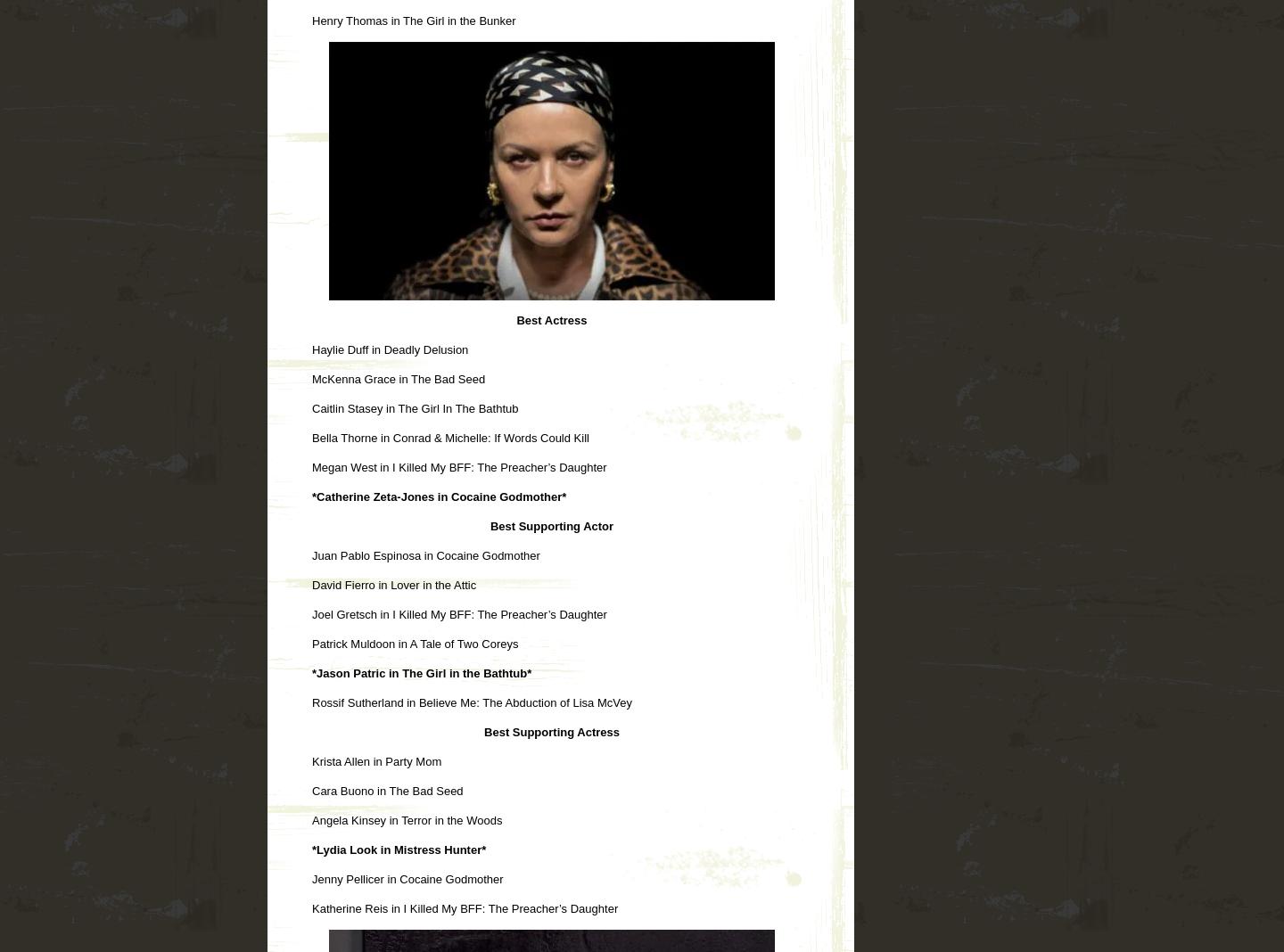 The width and height of the screenshot is (1284, 952). I want to click on 'Henry Thomas in The Girl in the Bunker', so click(312, 19).